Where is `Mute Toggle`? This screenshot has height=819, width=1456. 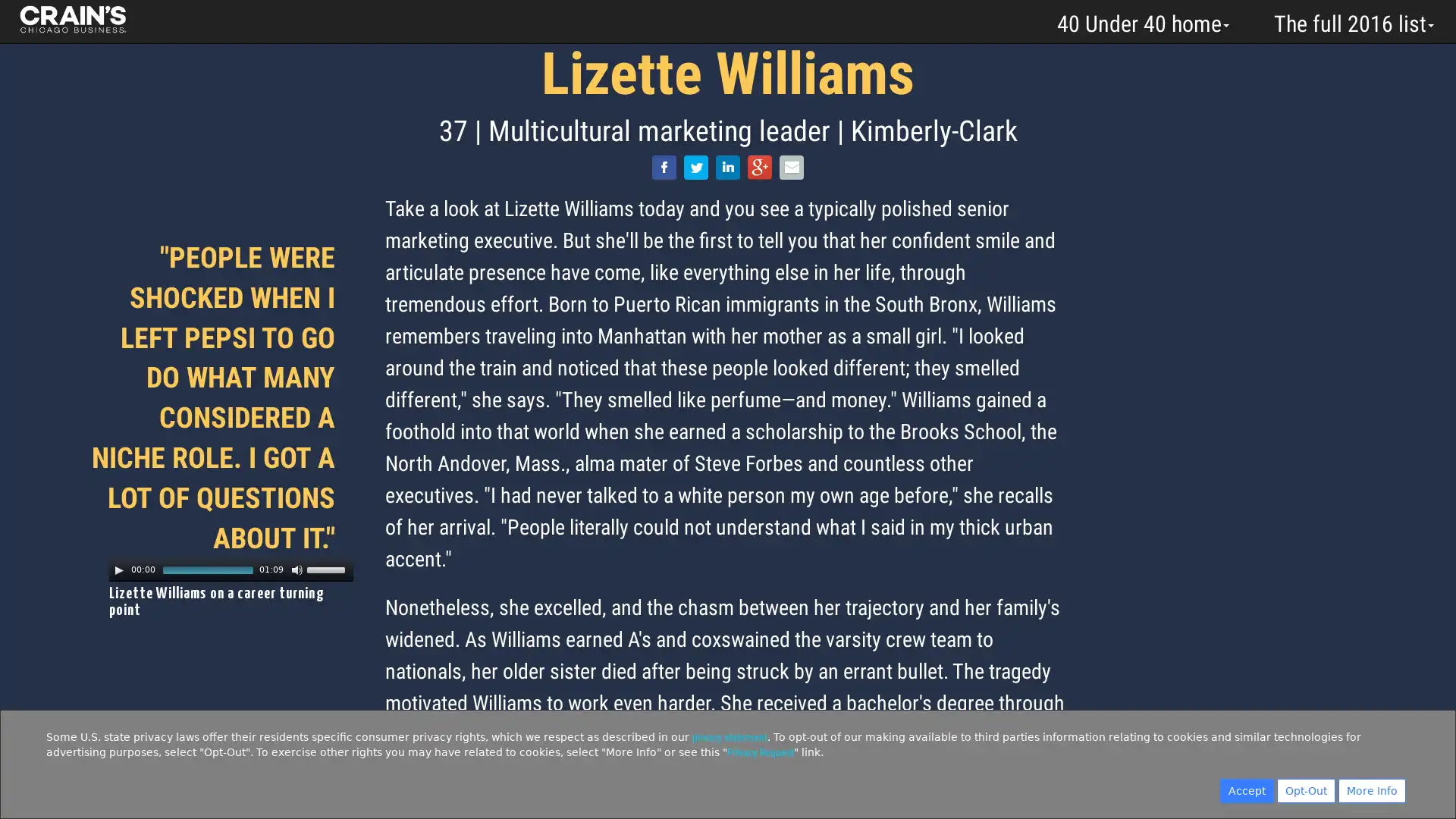
Mute Toggle is located at coordinates (297, 570).